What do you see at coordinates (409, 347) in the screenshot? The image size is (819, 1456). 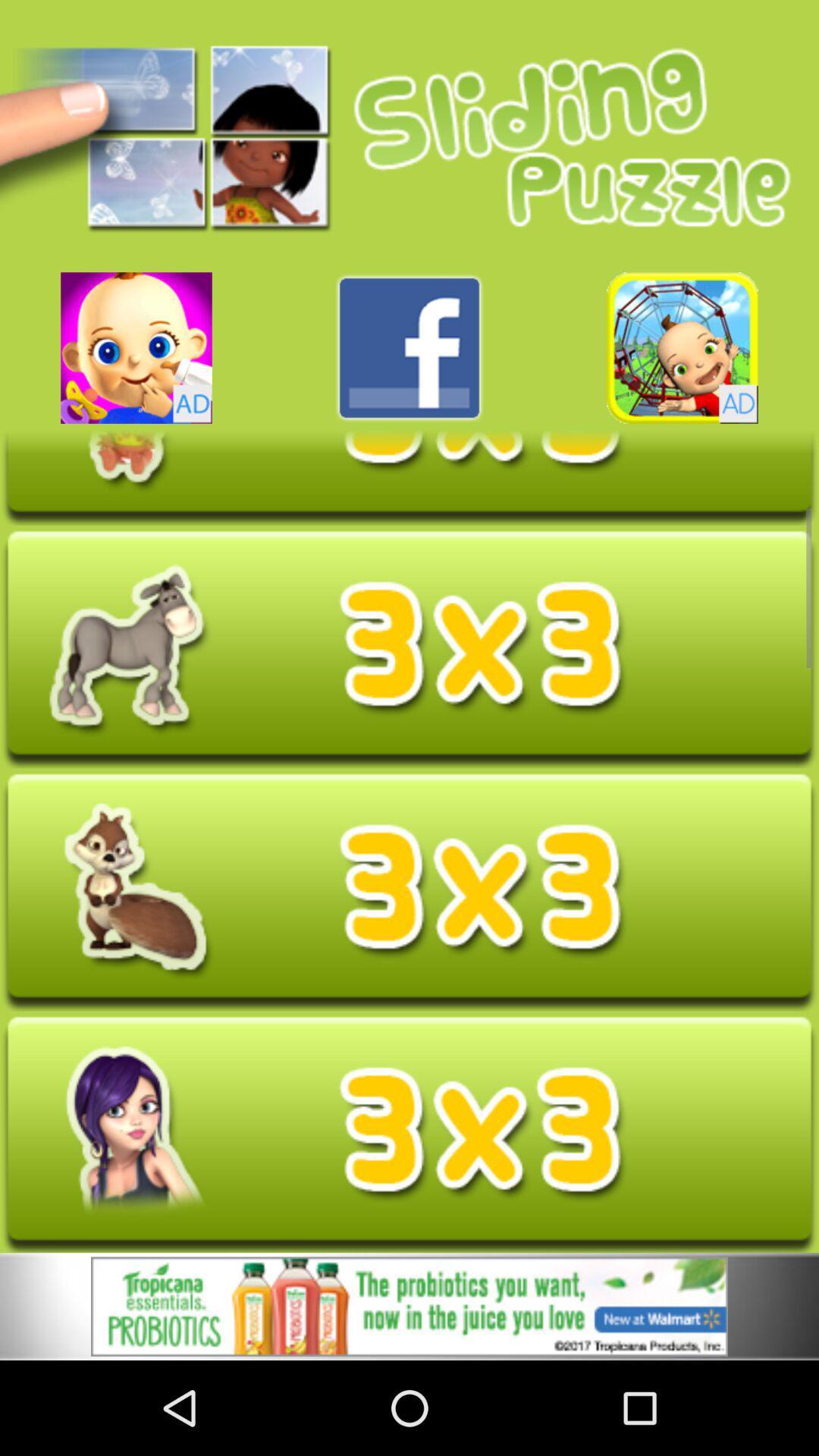 I see `sign in with facebook` at bounding box center [409, 347].